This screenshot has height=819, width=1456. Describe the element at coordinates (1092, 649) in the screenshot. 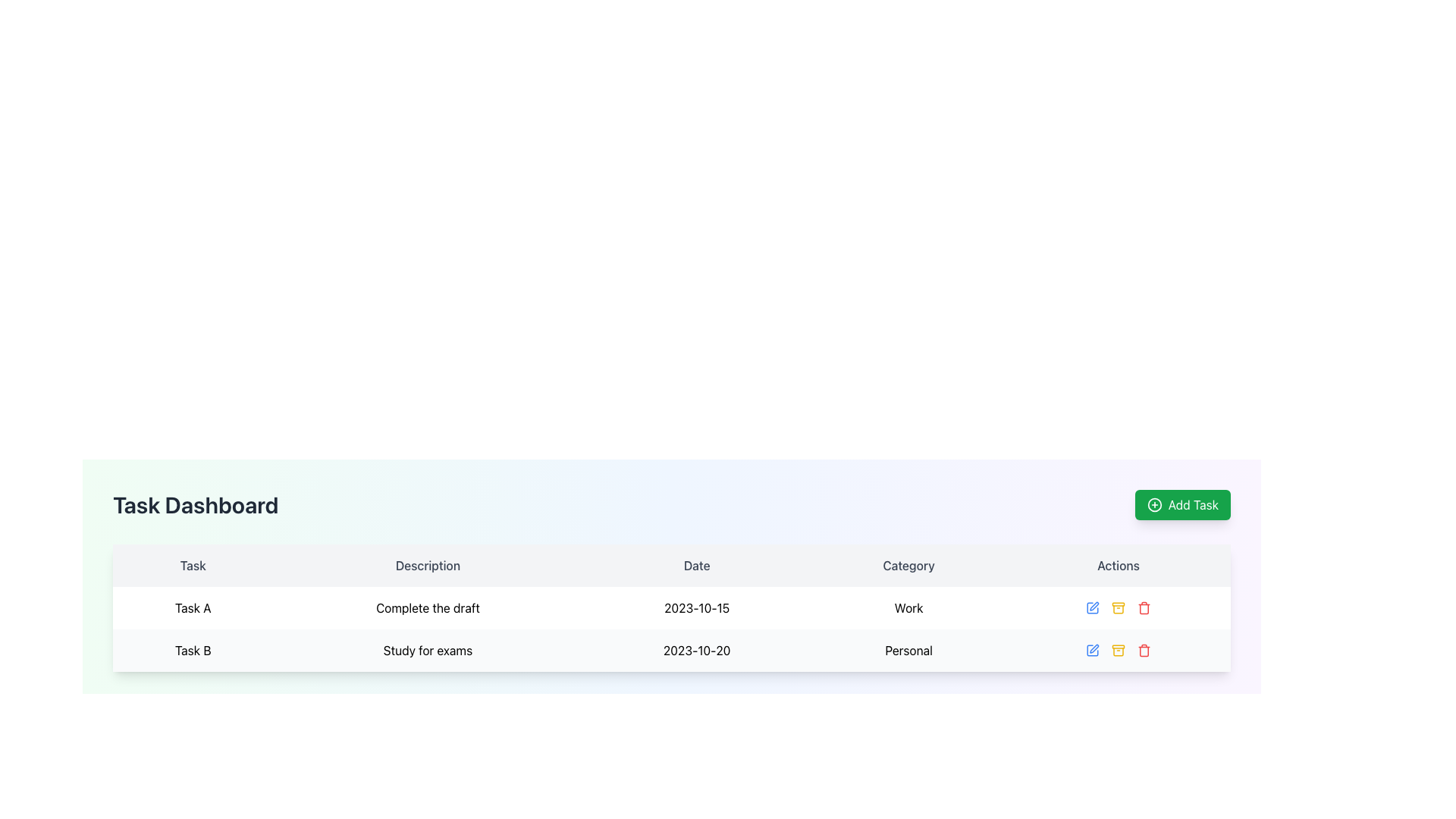

I see `the edit button icon located in the 'Actions' column of the second row for the task 'Study for exams' to change its color` at that location.